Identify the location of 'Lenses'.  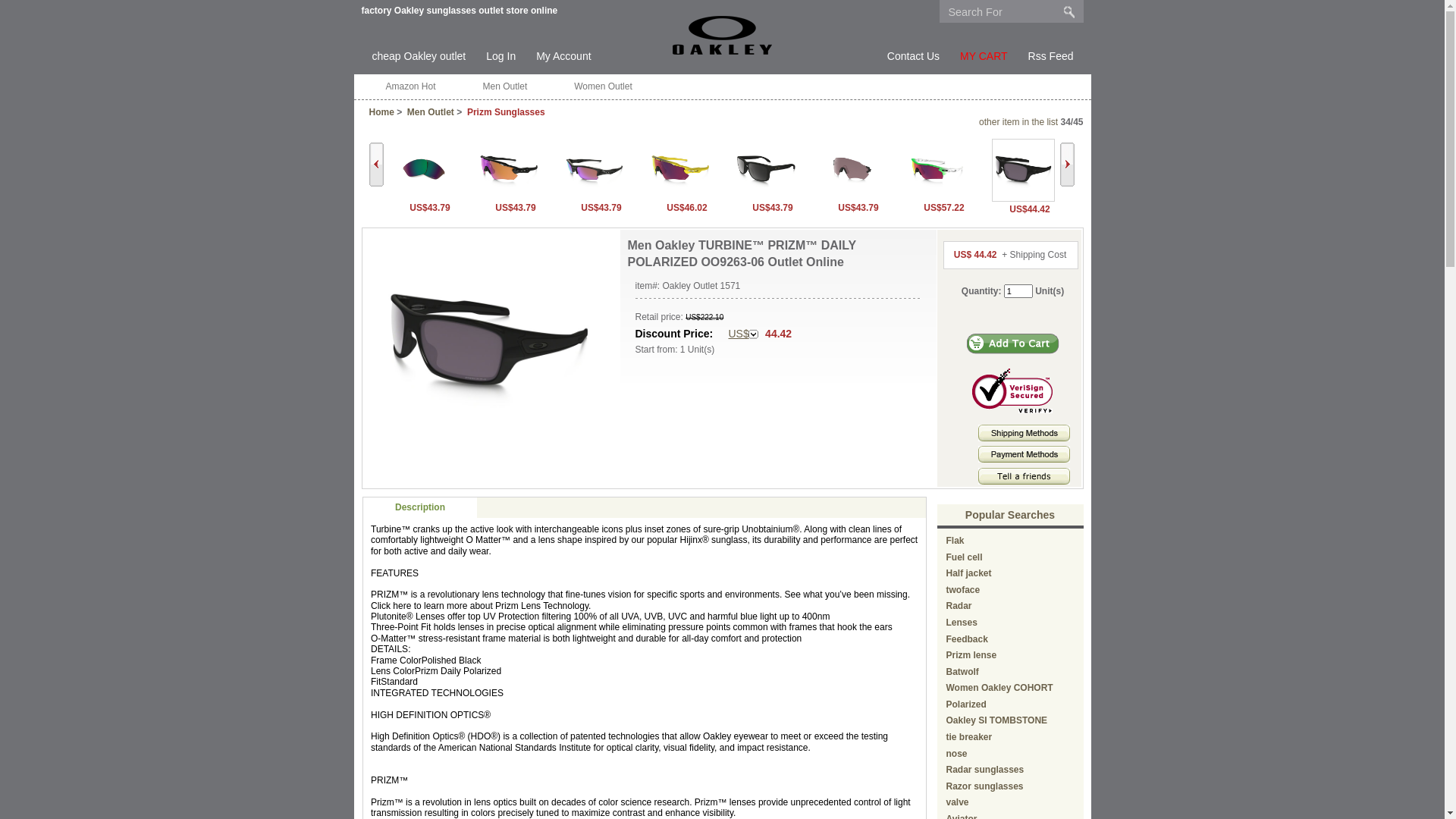
(961, 623).